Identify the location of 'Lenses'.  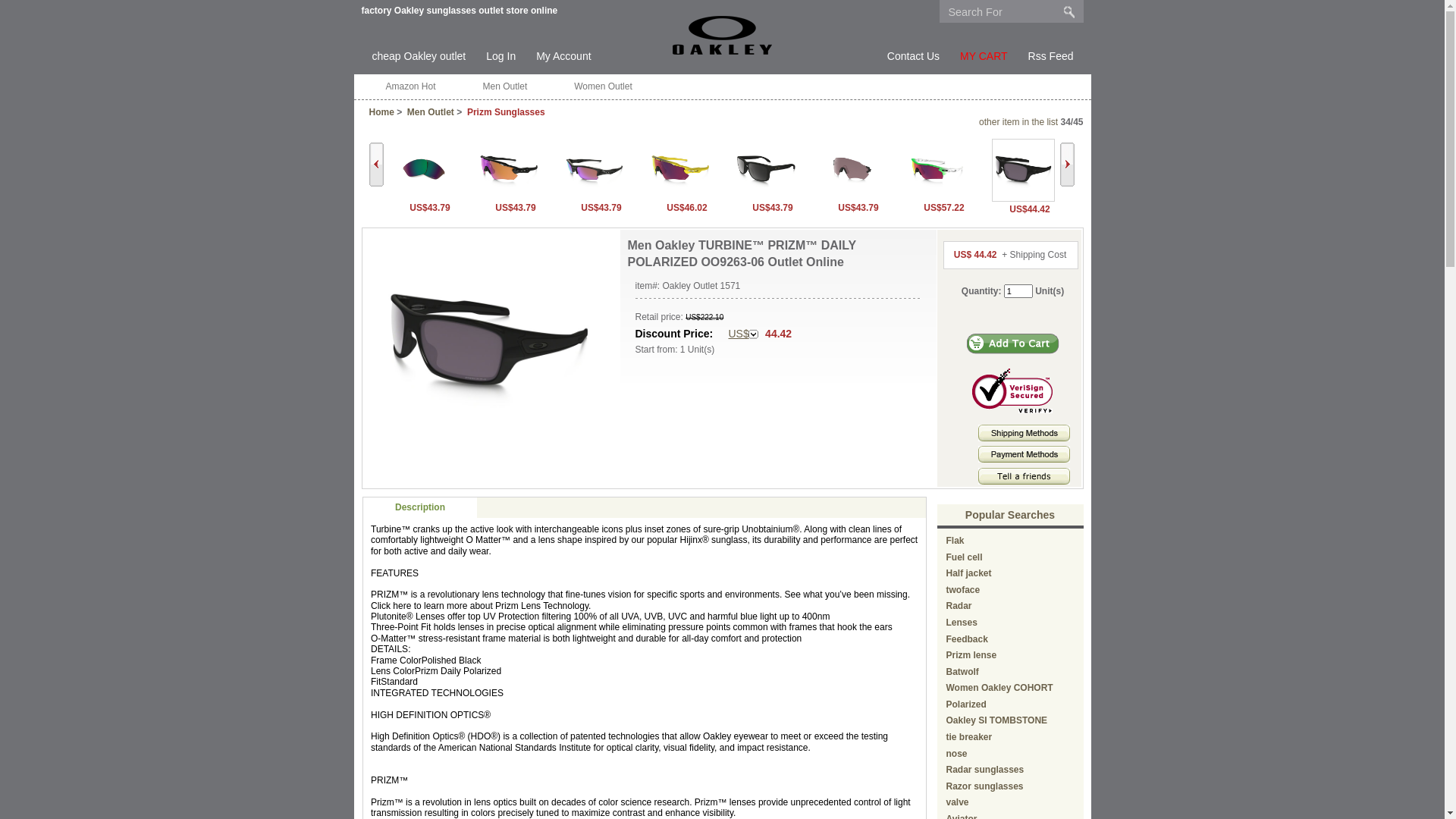
(961, 623).